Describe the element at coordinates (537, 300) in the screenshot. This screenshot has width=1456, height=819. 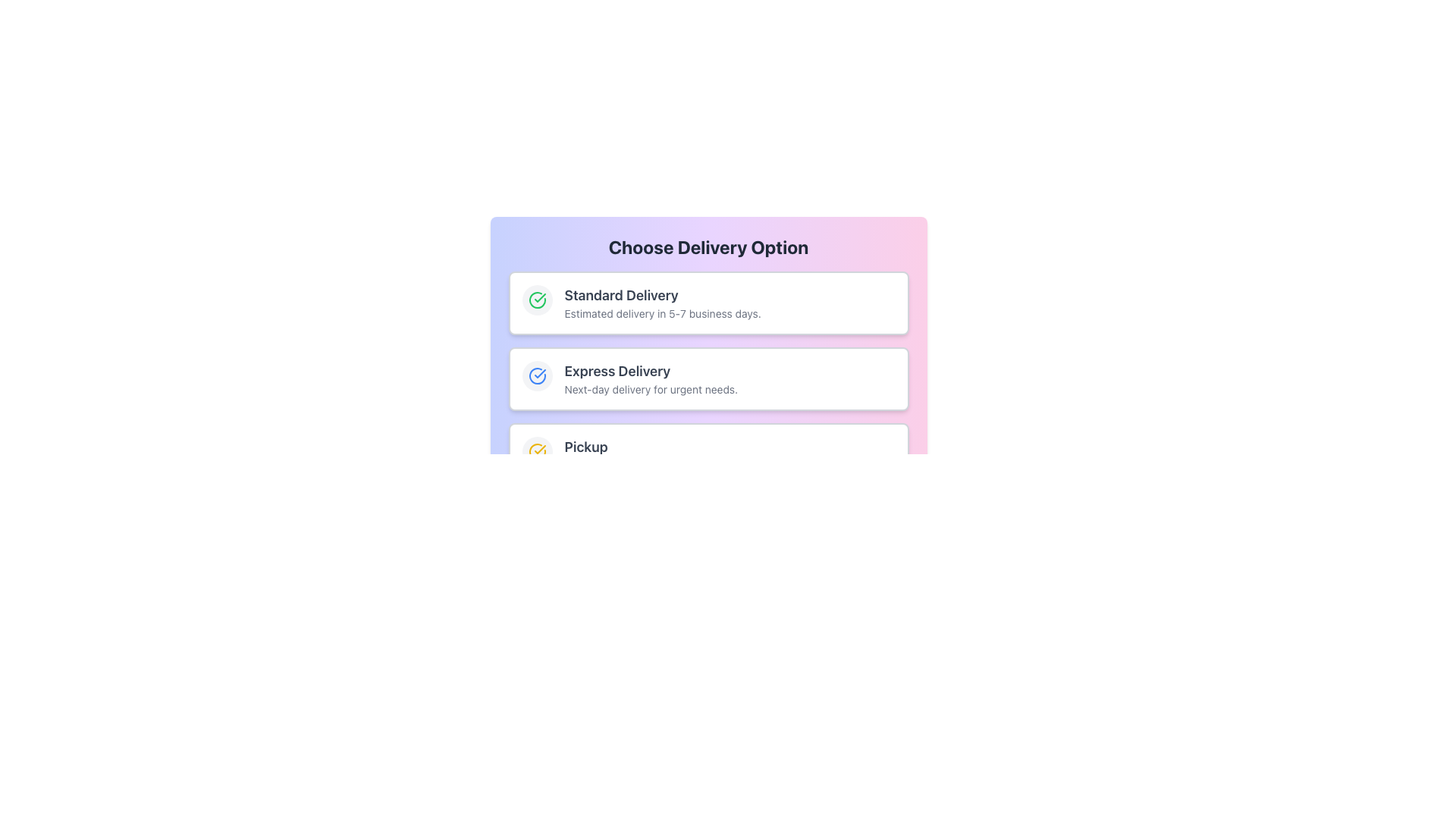
I see `the 'Standard Delivery' indicator icon located in the first list item of the 'Choose Delivery Option' card component` at that location.